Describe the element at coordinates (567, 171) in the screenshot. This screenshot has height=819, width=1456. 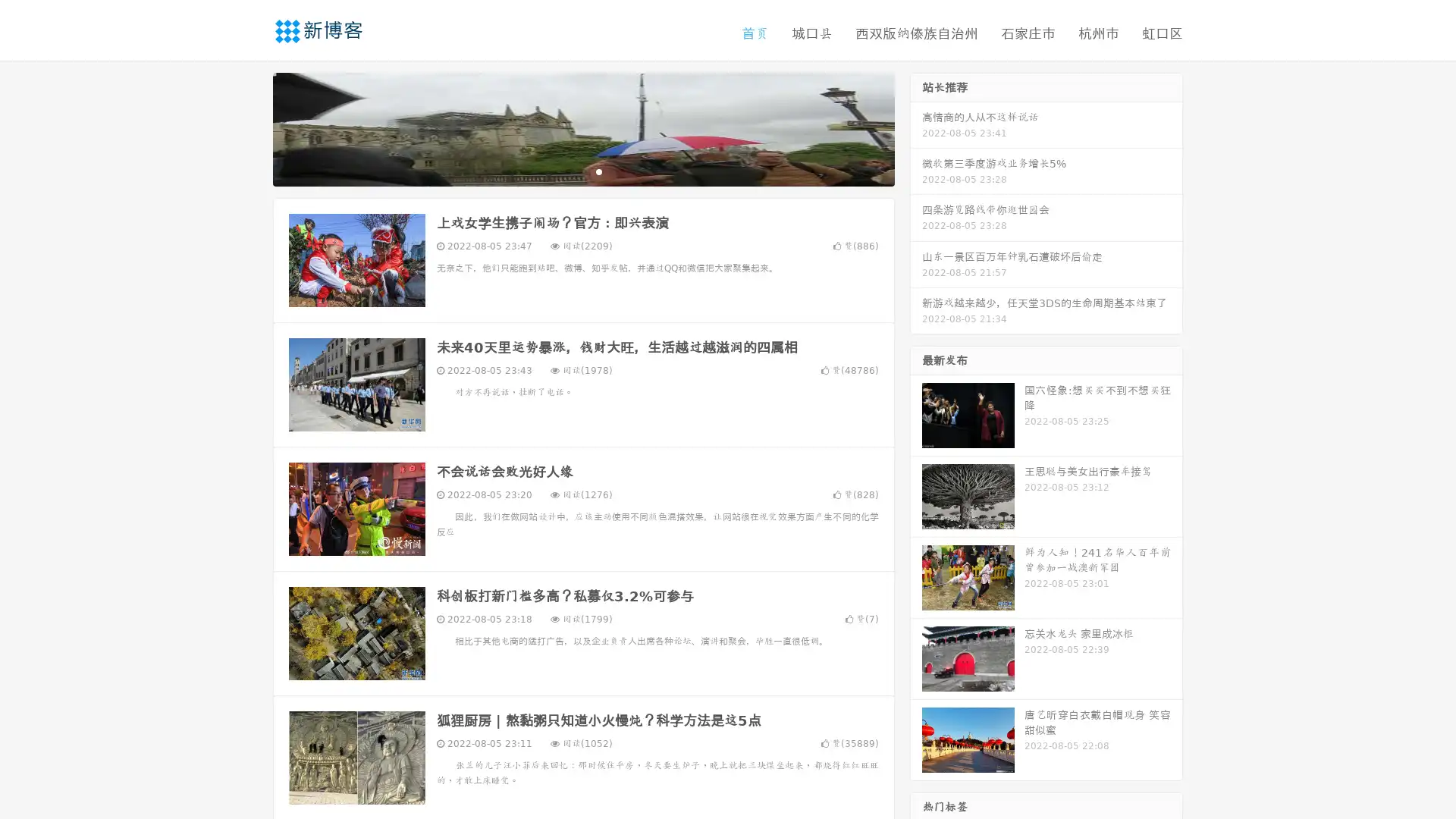
I see `Go to slide 1` at that location.